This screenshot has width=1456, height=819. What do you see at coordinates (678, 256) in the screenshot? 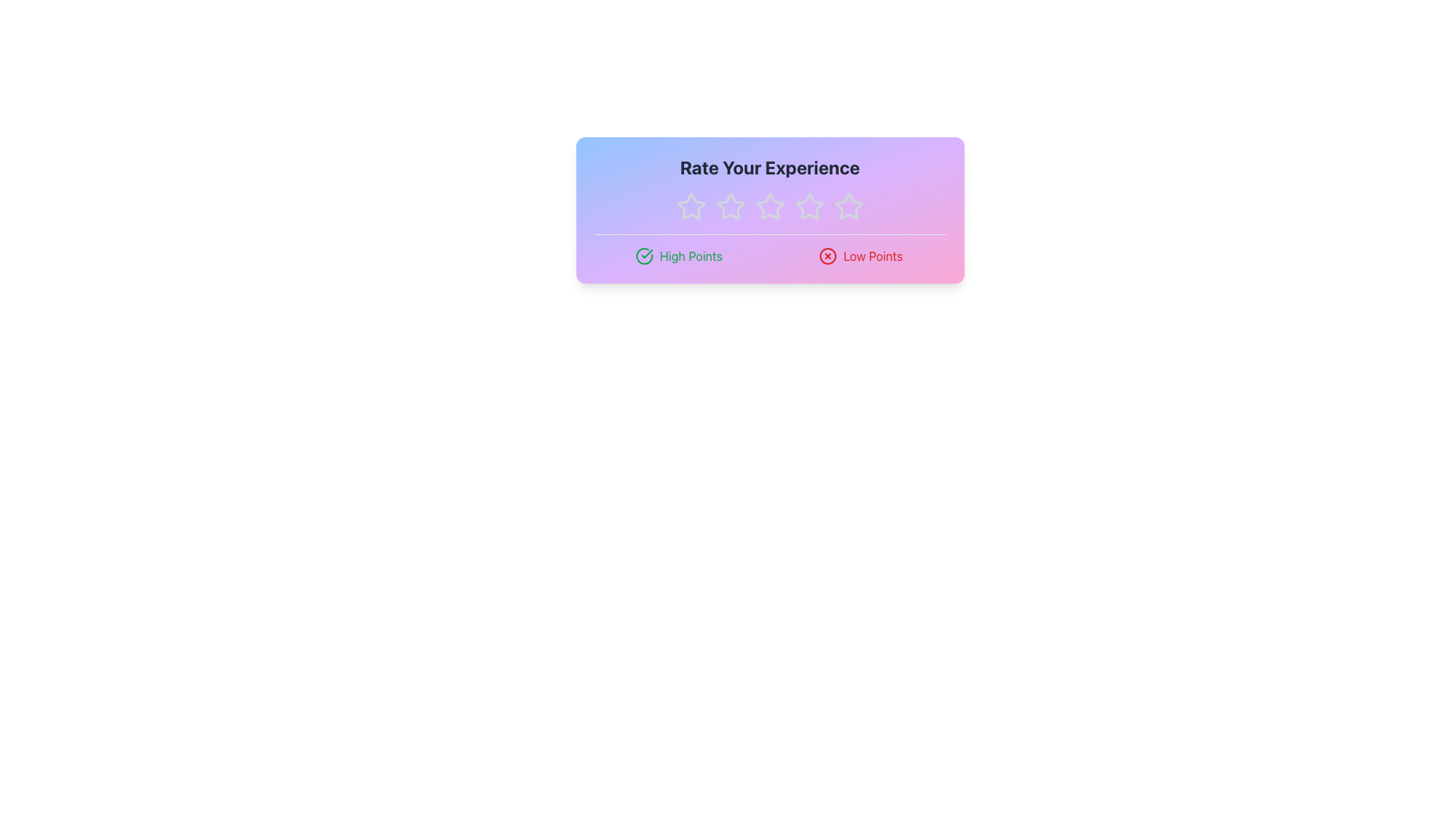
I see `the Label with icon that indicates positive feedback, located in the bottom section of the 'Rate Your Experience' interface, to the left of the 'Low Points' element` at bounding box center [678, 256].